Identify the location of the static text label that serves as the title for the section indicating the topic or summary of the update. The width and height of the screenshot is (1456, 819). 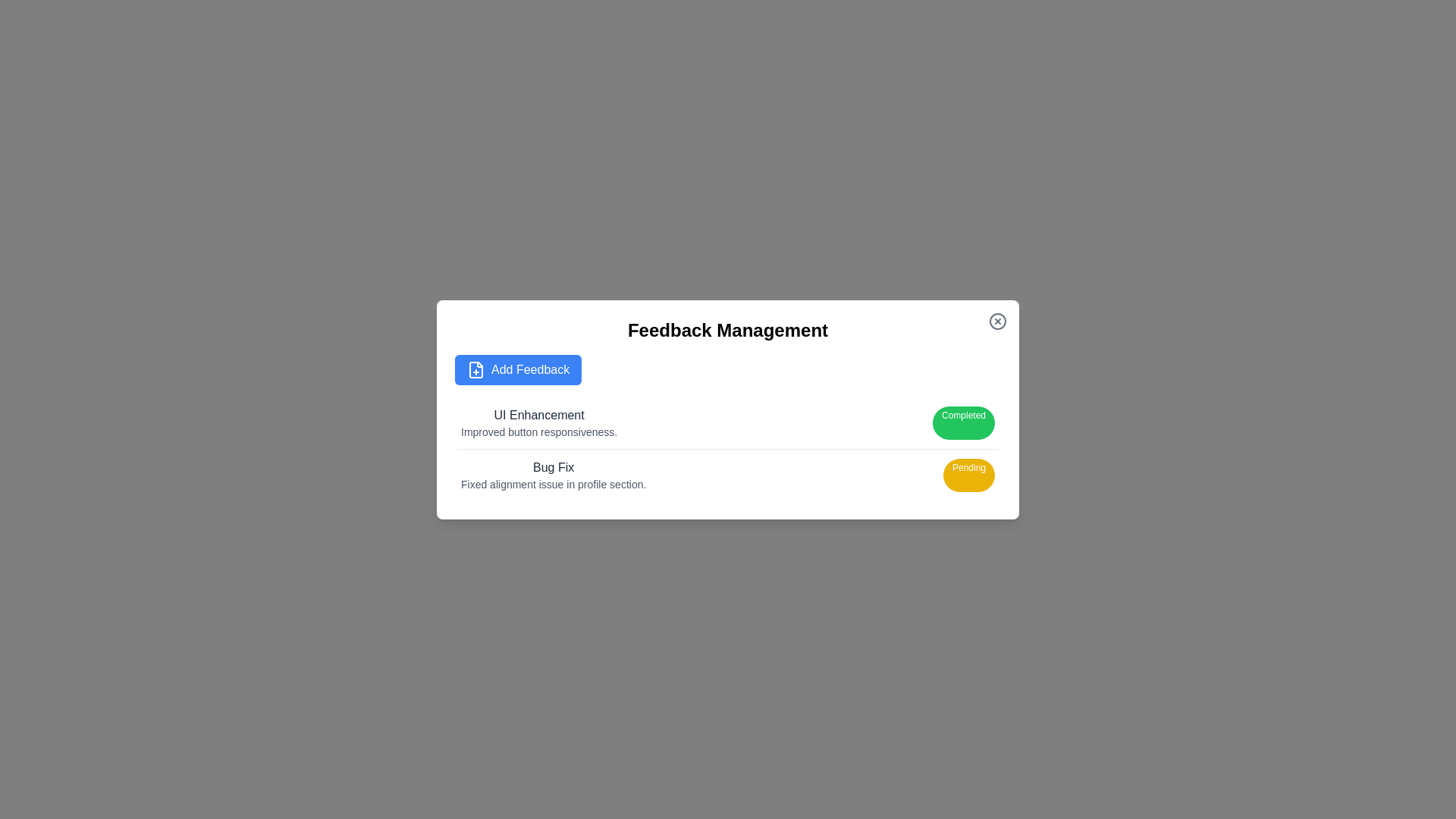
(553, 466).